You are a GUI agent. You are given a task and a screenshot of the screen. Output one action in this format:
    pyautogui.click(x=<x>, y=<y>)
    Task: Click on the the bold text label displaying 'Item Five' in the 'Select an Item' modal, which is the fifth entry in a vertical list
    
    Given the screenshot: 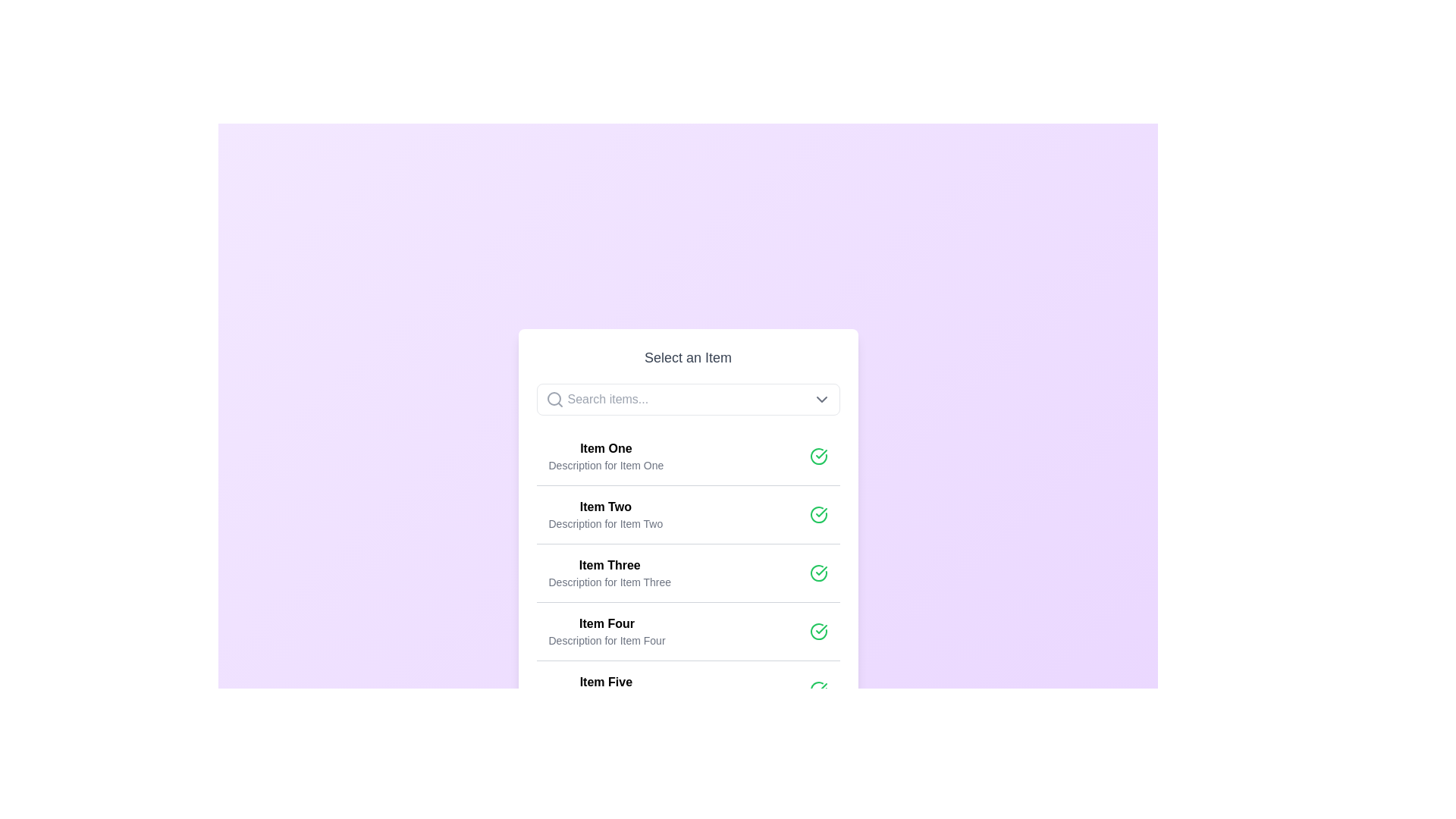 What is the action you would take?
    pyautogui.click(x=605, y=681)
    